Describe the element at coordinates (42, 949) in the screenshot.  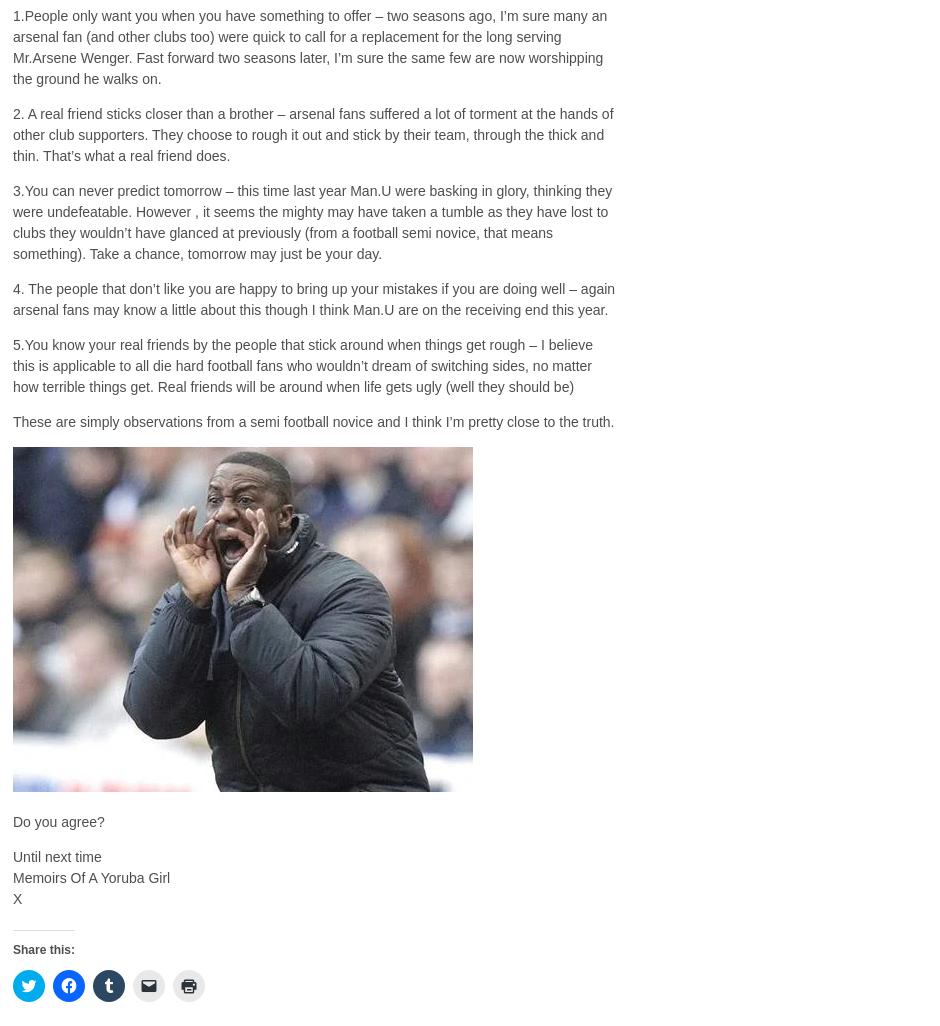
I see `'Share this:'` at that location.